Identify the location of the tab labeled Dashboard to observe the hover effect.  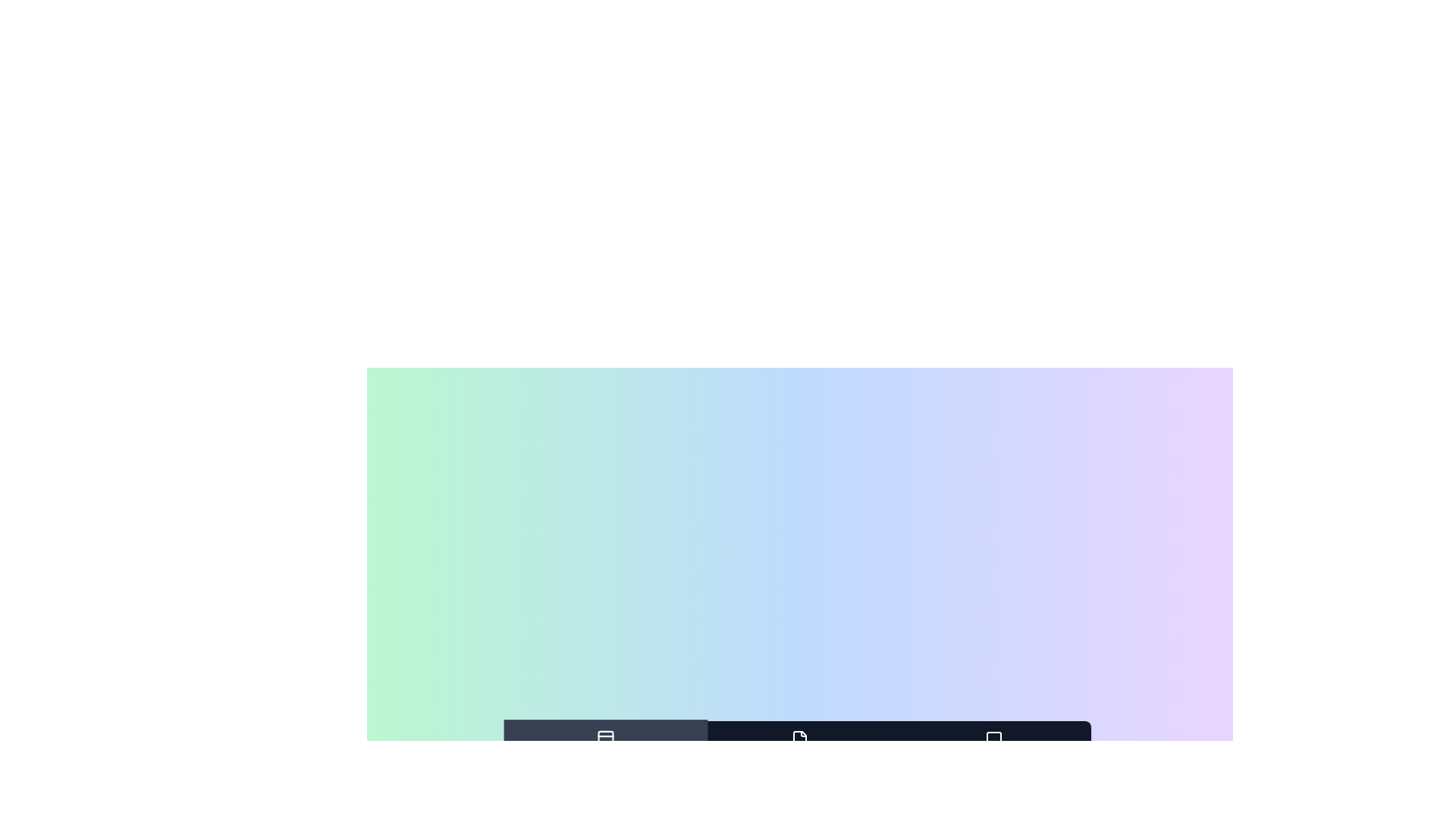
(604, 748).